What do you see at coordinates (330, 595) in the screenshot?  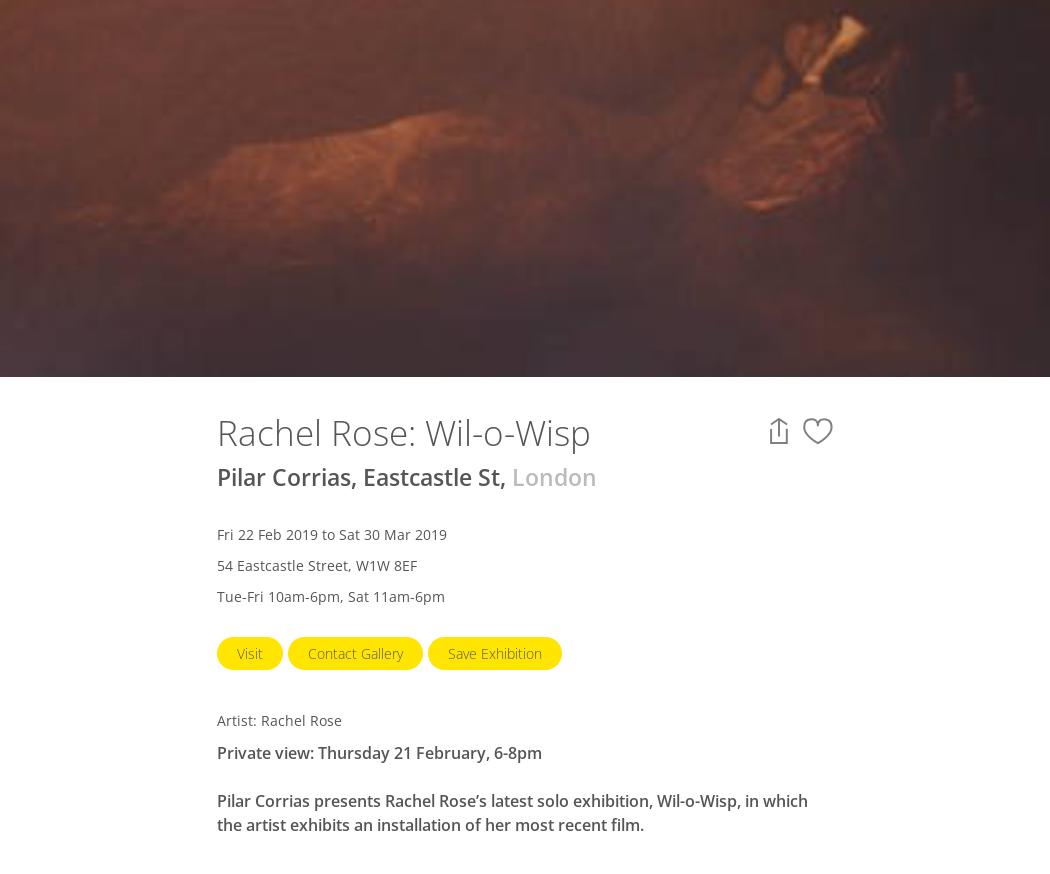 I see `'Tue-Fri 10am-6pm, Sat 11am-6pm'` at bounding box center [330, 595].